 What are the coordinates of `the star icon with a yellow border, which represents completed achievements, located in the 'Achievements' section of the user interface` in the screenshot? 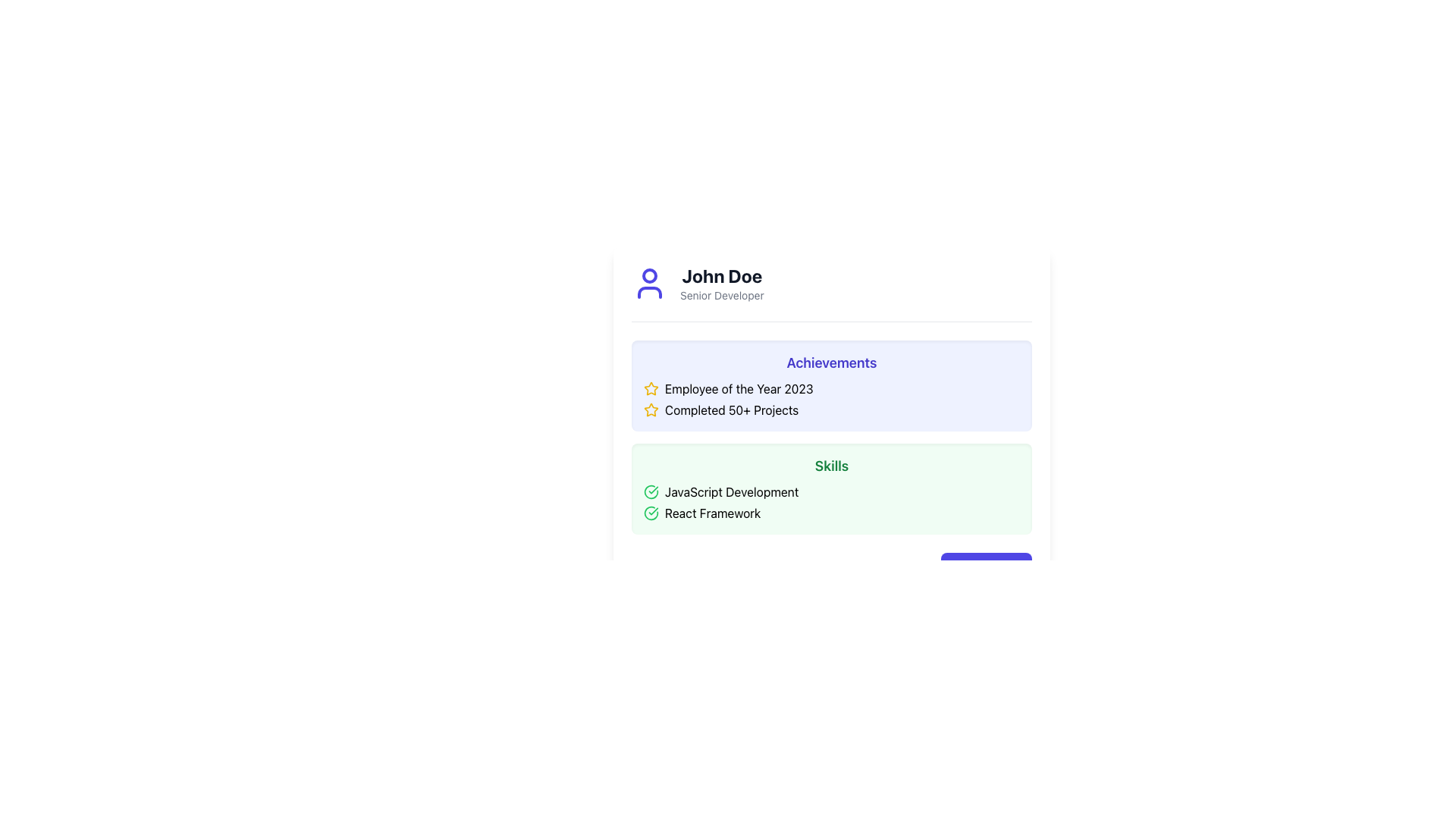 It's located at (651, 388).